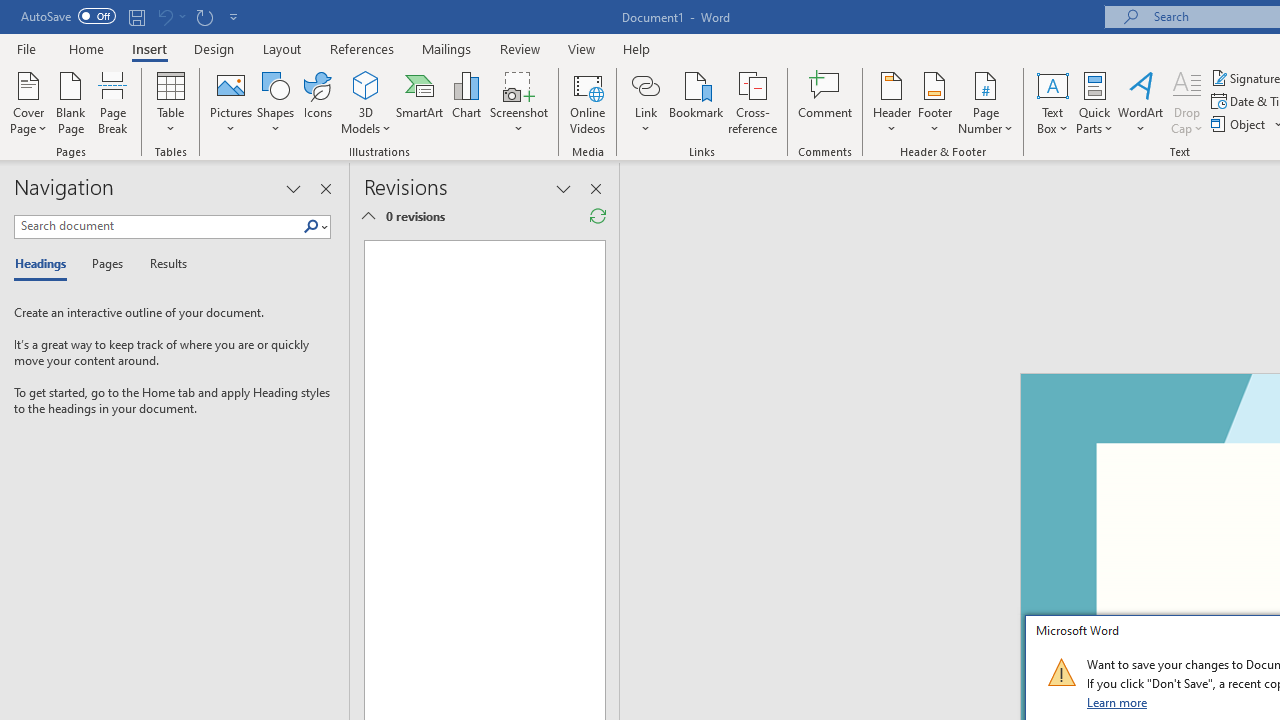 The image size is (1280, 720). I want to click on 'Pages', so click(104, 264).